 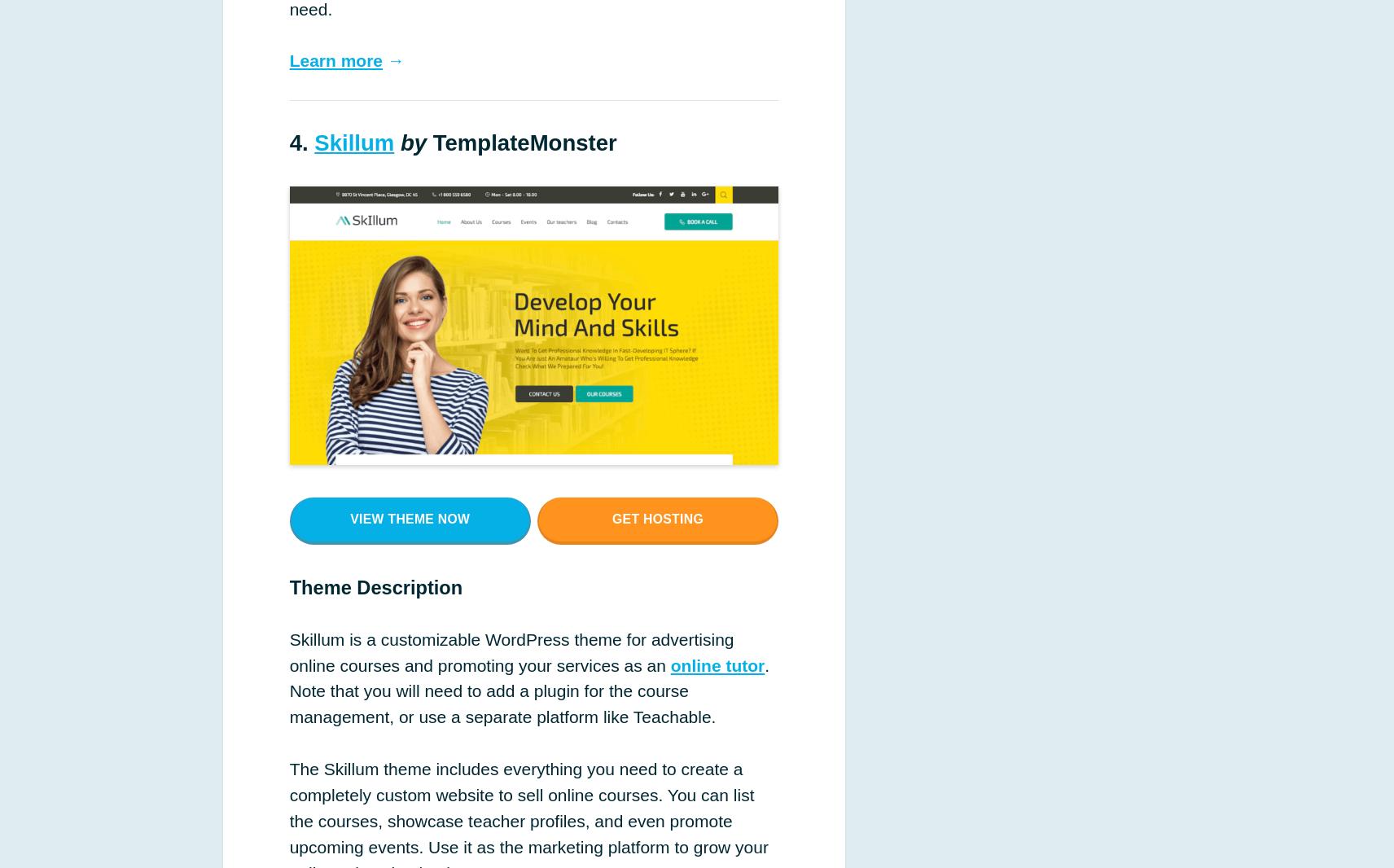 I want to click on 'by', so click(x=412, y=142).